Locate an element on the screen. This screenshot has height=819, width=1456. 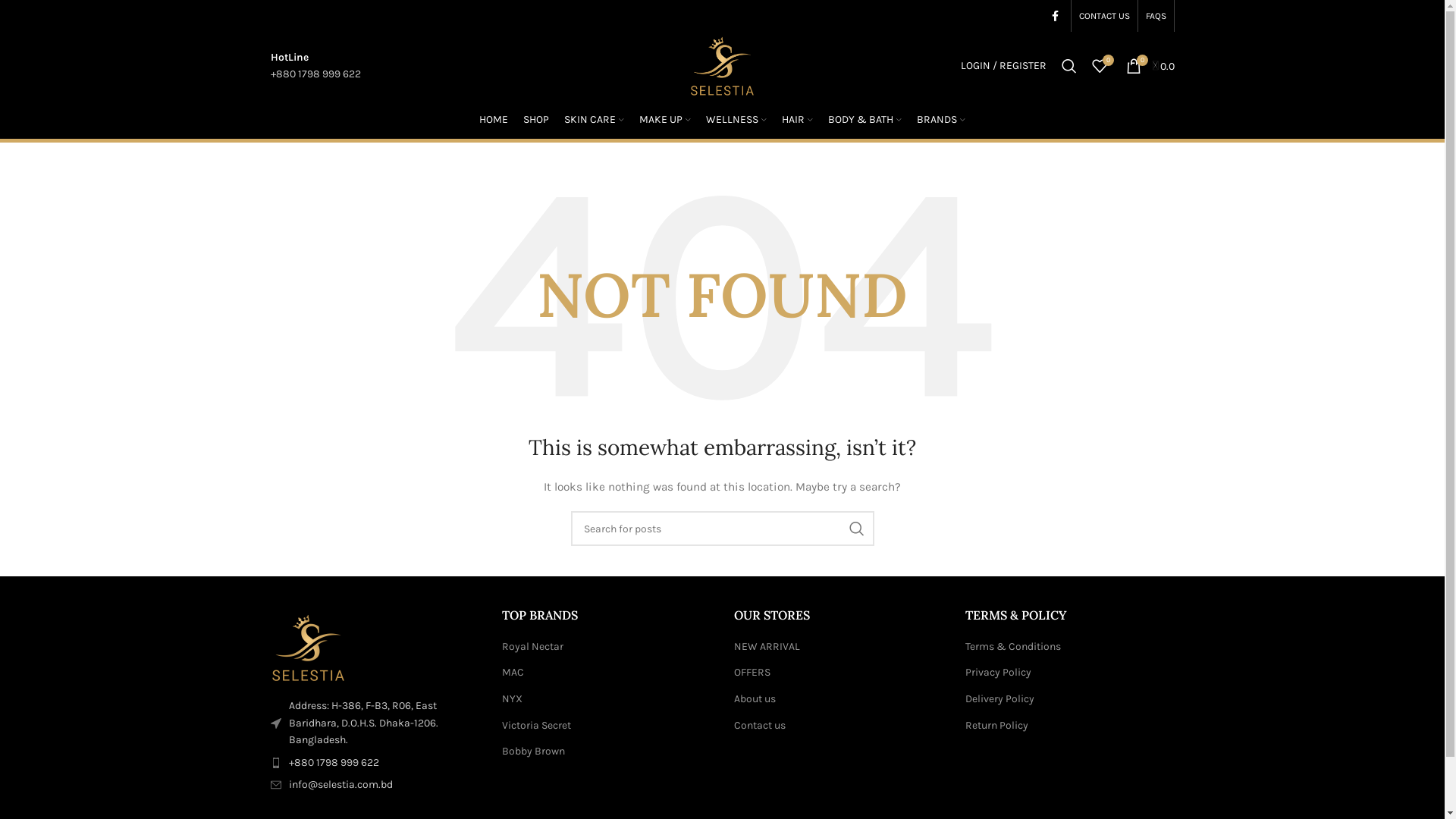
'BRANDS' is located at coordinates (940, 119).